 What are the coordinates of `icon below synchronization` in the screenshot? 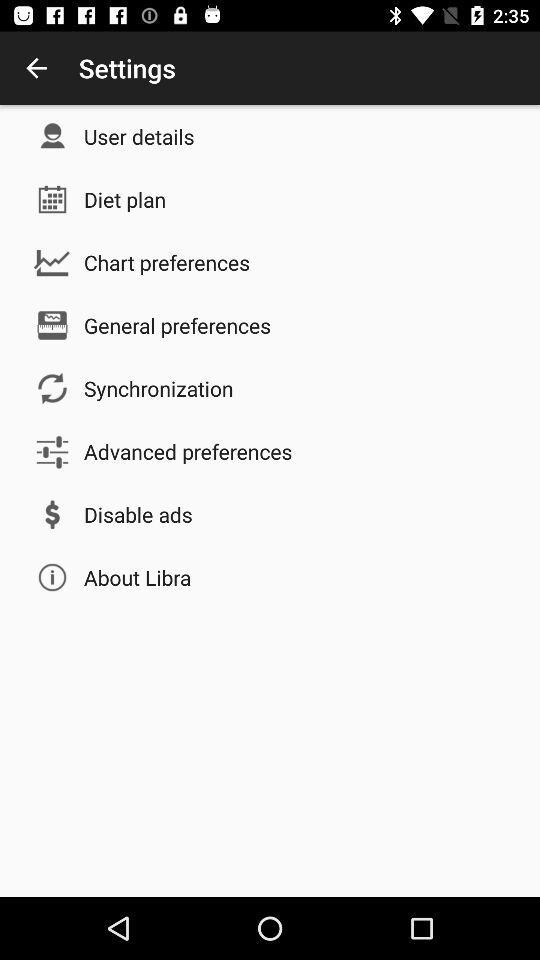 It's located at (188, 451).